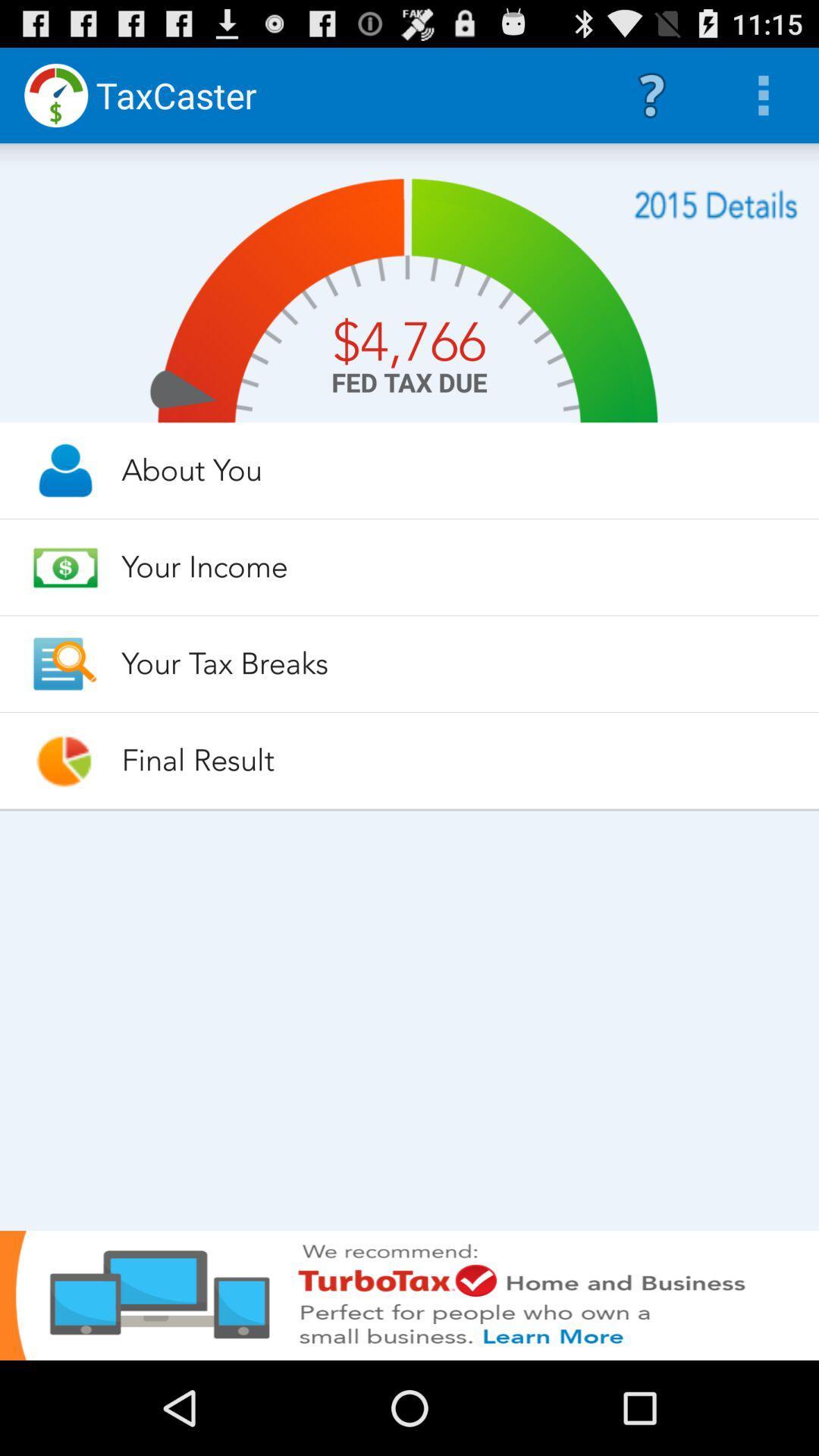 This screenshot has height=1456, width=819. I want to click on the app below your tax breaks, so click(456, 760).